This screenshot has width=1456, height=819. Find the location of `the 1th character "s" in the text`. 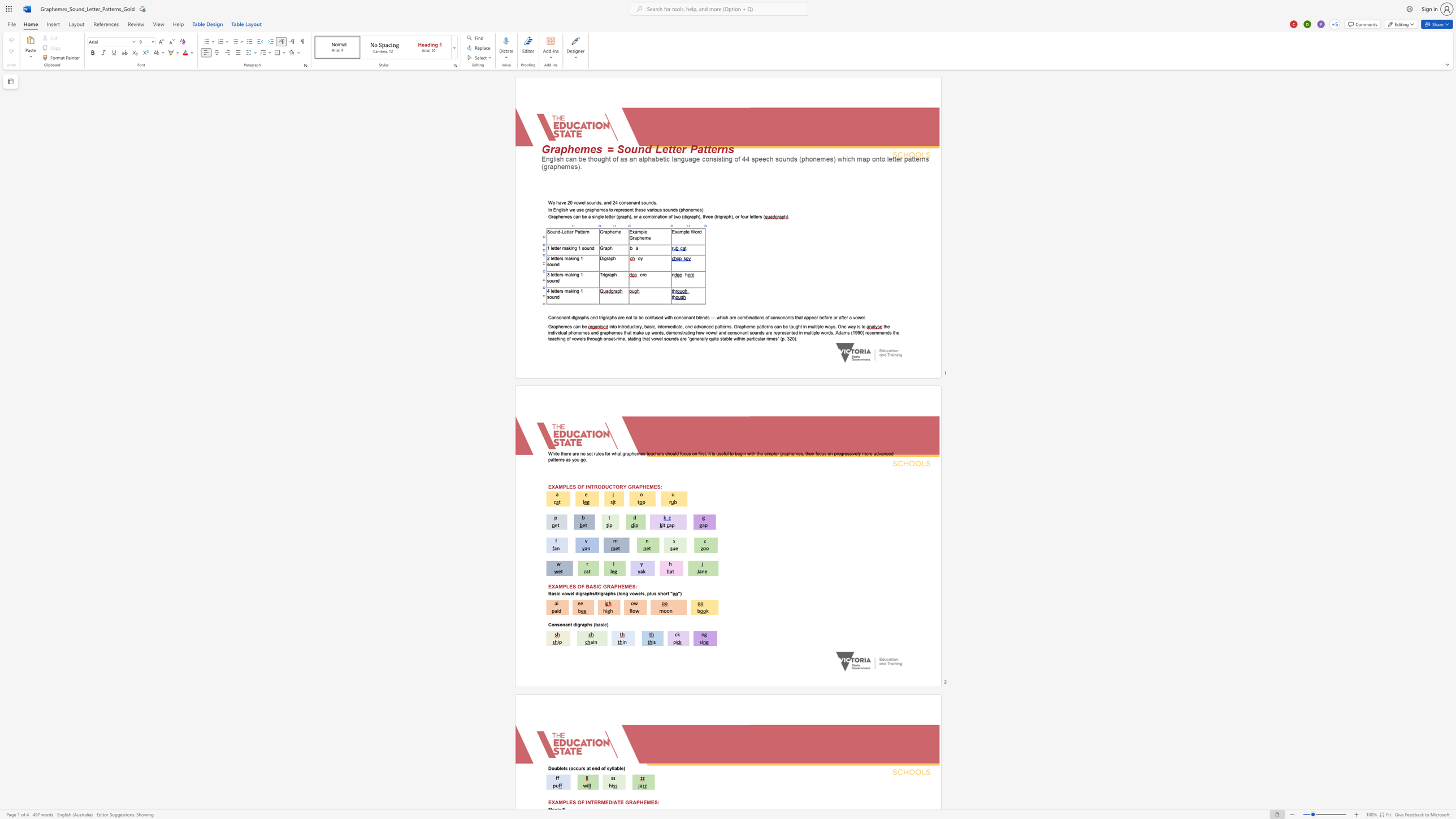

the 1th character "s" in the text is located at coordinates (571, 327).